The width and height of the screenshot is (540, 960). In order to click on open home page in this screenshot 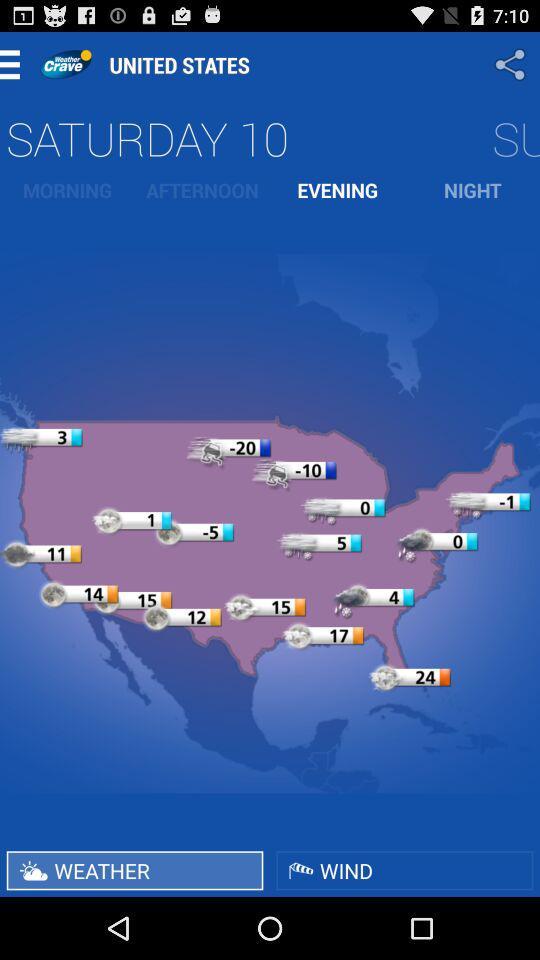, I will do `click(65, 64)`.